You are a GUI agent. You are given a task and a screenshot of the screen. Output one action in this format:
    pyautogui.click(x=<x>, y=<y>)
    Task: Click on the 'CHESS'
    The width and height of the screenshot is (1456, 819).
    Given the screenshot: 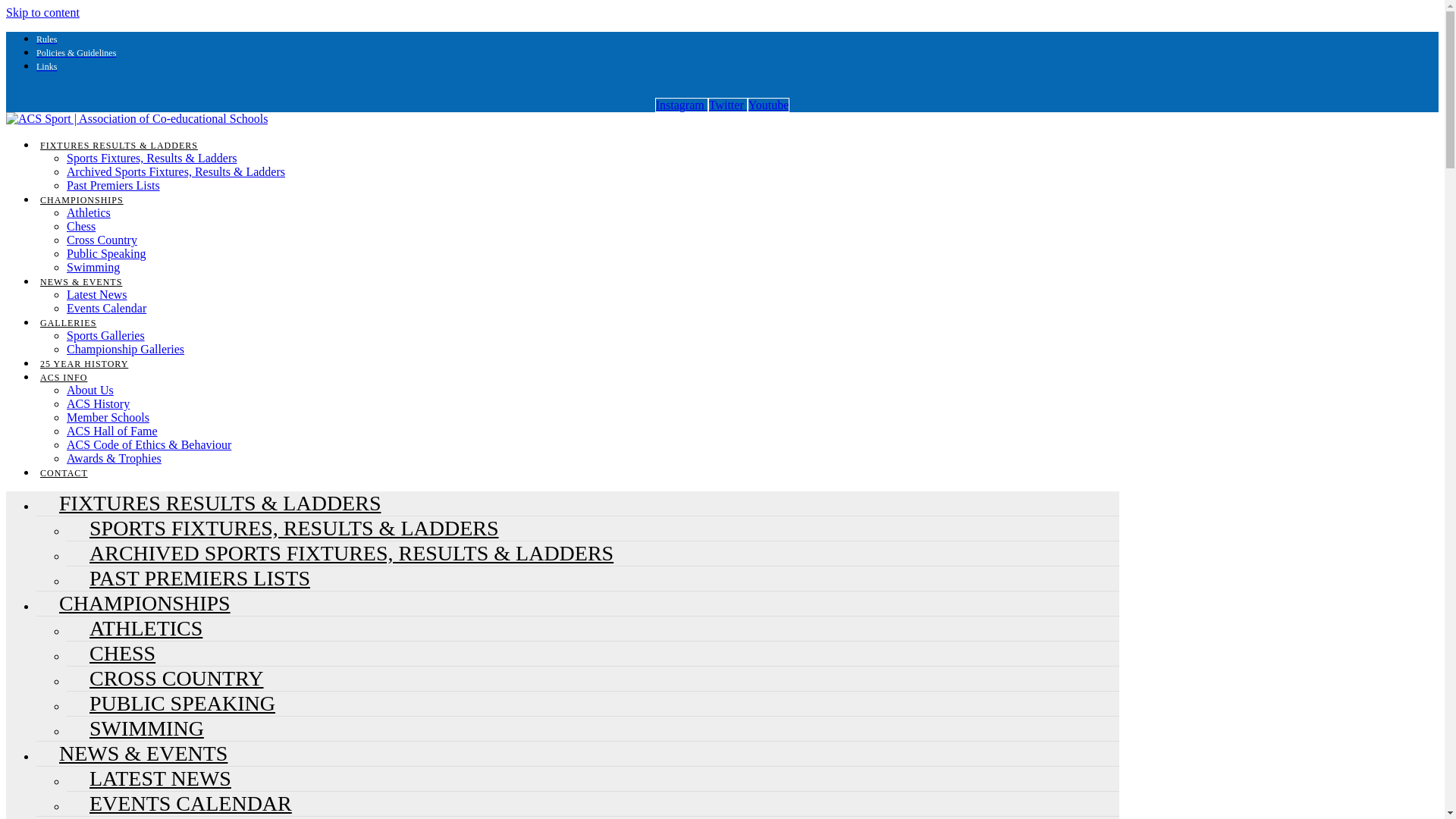 What is the action you would take?
    pyautogui.click(x=110, y=652)
    